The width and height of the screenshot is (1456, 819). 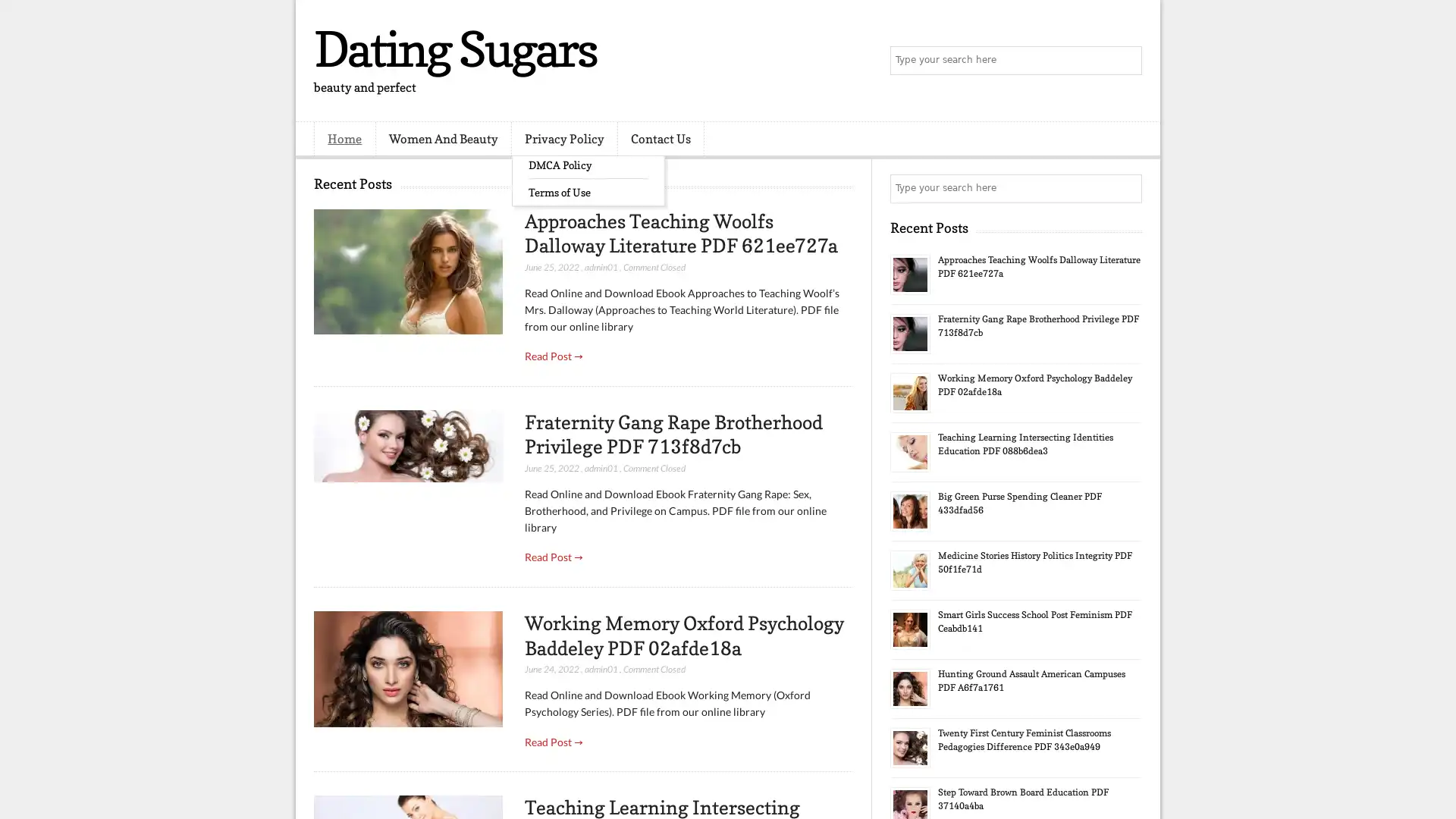 I want to click on Search, so click(x=1126, y=61).